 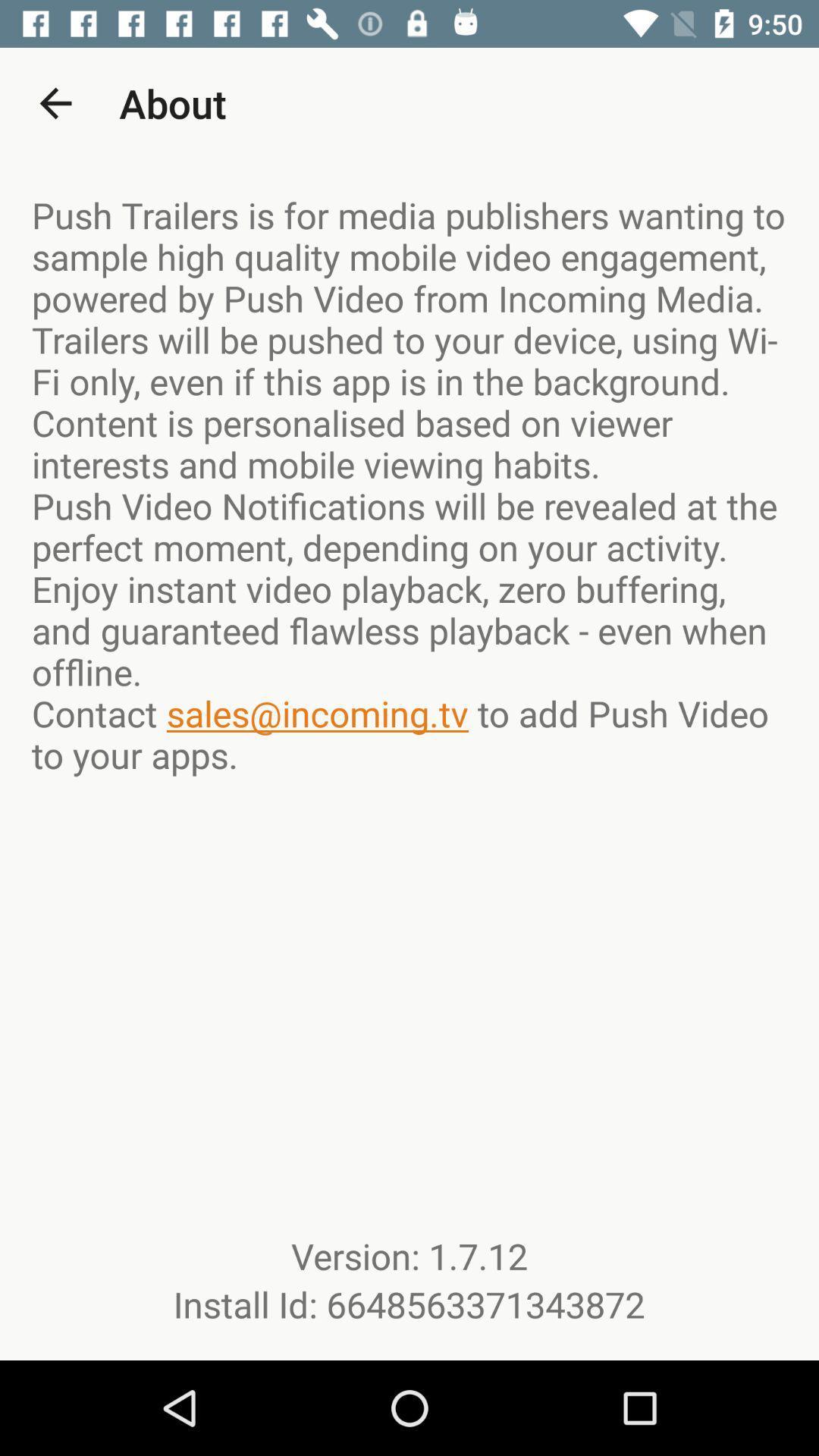 I want to click on the icon above version 1 7 item, so click(x=409, y=484).